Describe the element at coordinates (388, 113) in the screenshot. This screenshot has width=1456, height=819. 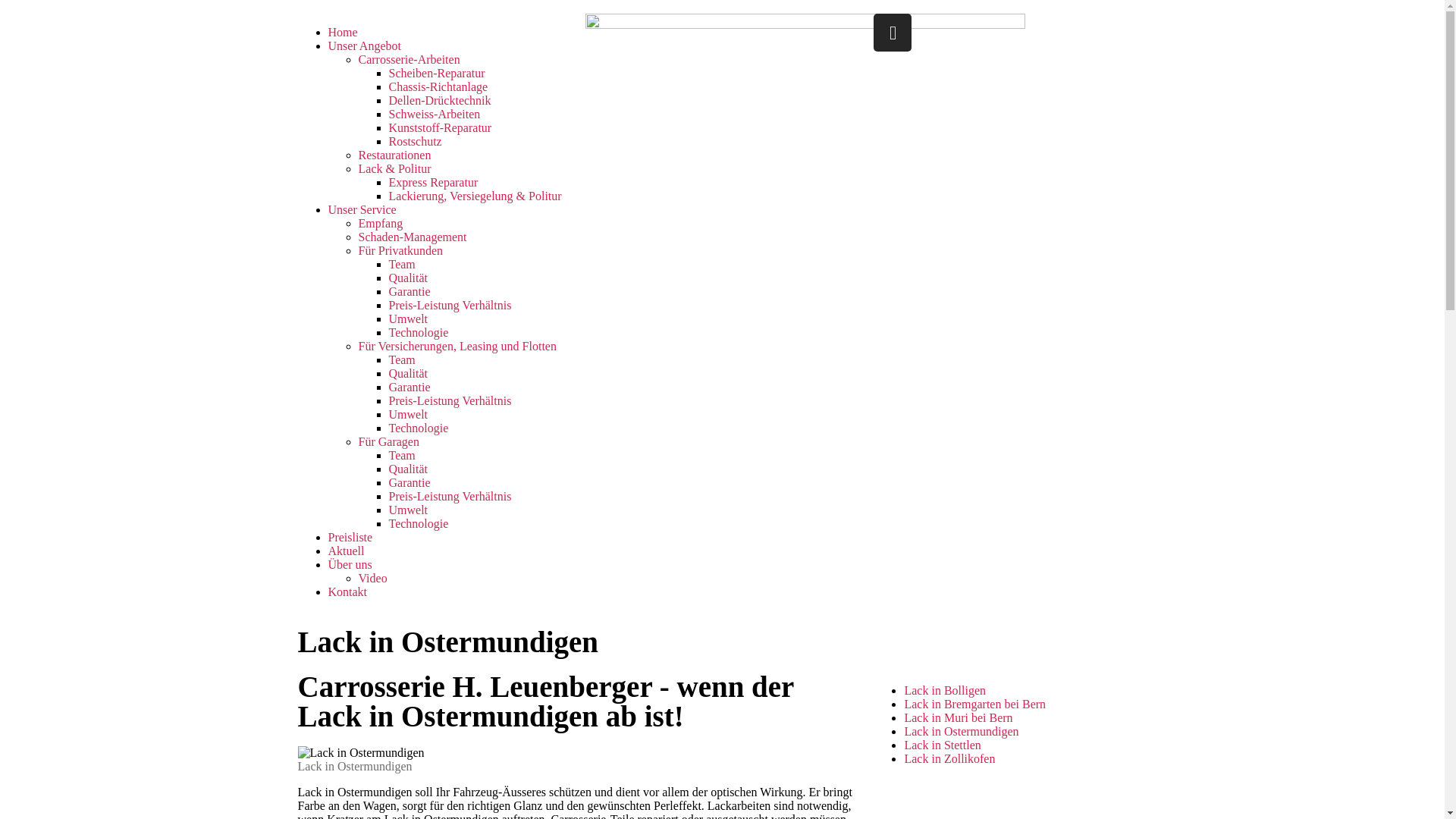
I see `'Schweiss-Arbeiten'` at that location.